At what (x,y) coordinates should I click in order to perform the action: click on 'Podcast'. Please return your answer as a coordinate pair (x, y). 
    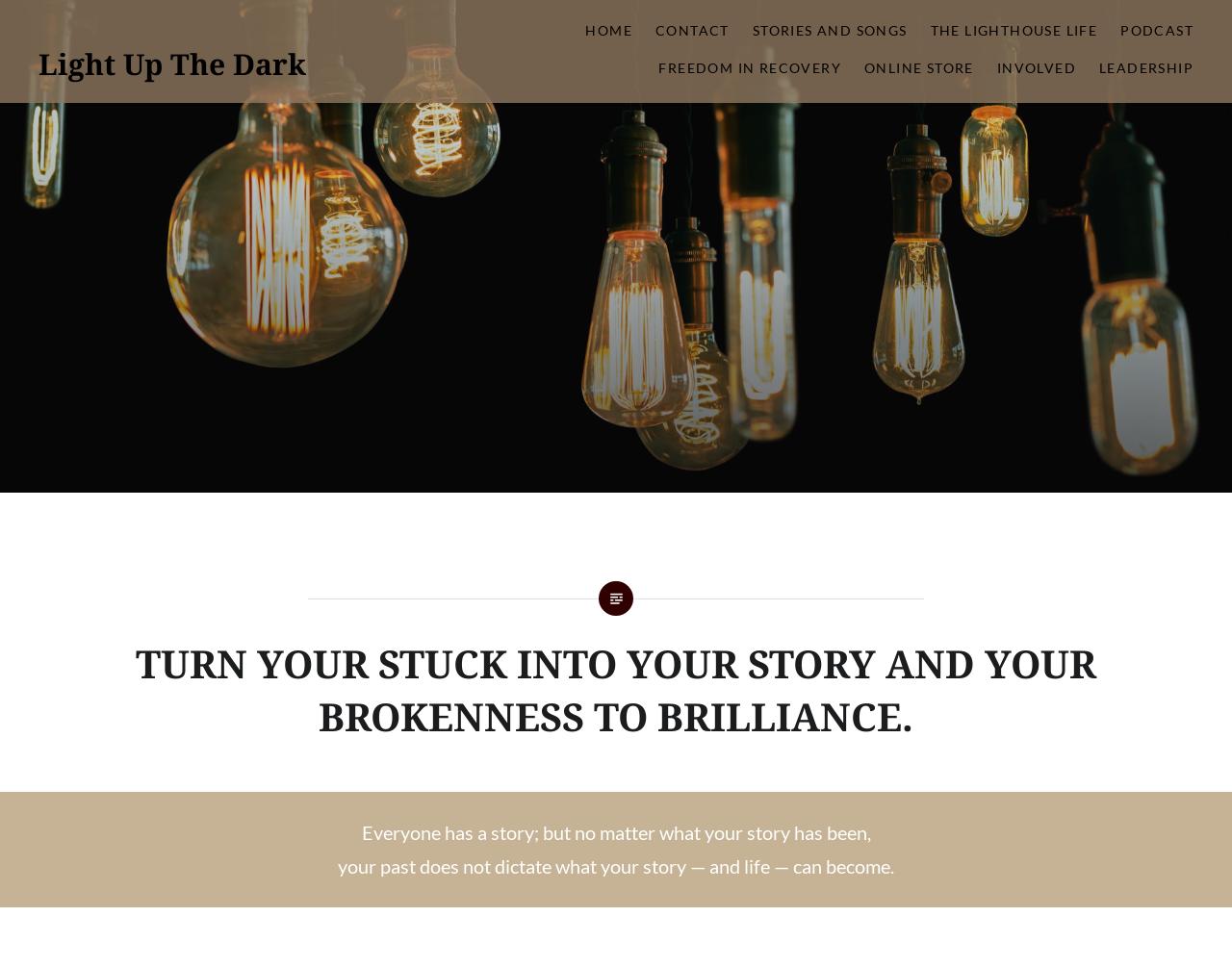
    Looking at the image, I should click on (1156, 30).